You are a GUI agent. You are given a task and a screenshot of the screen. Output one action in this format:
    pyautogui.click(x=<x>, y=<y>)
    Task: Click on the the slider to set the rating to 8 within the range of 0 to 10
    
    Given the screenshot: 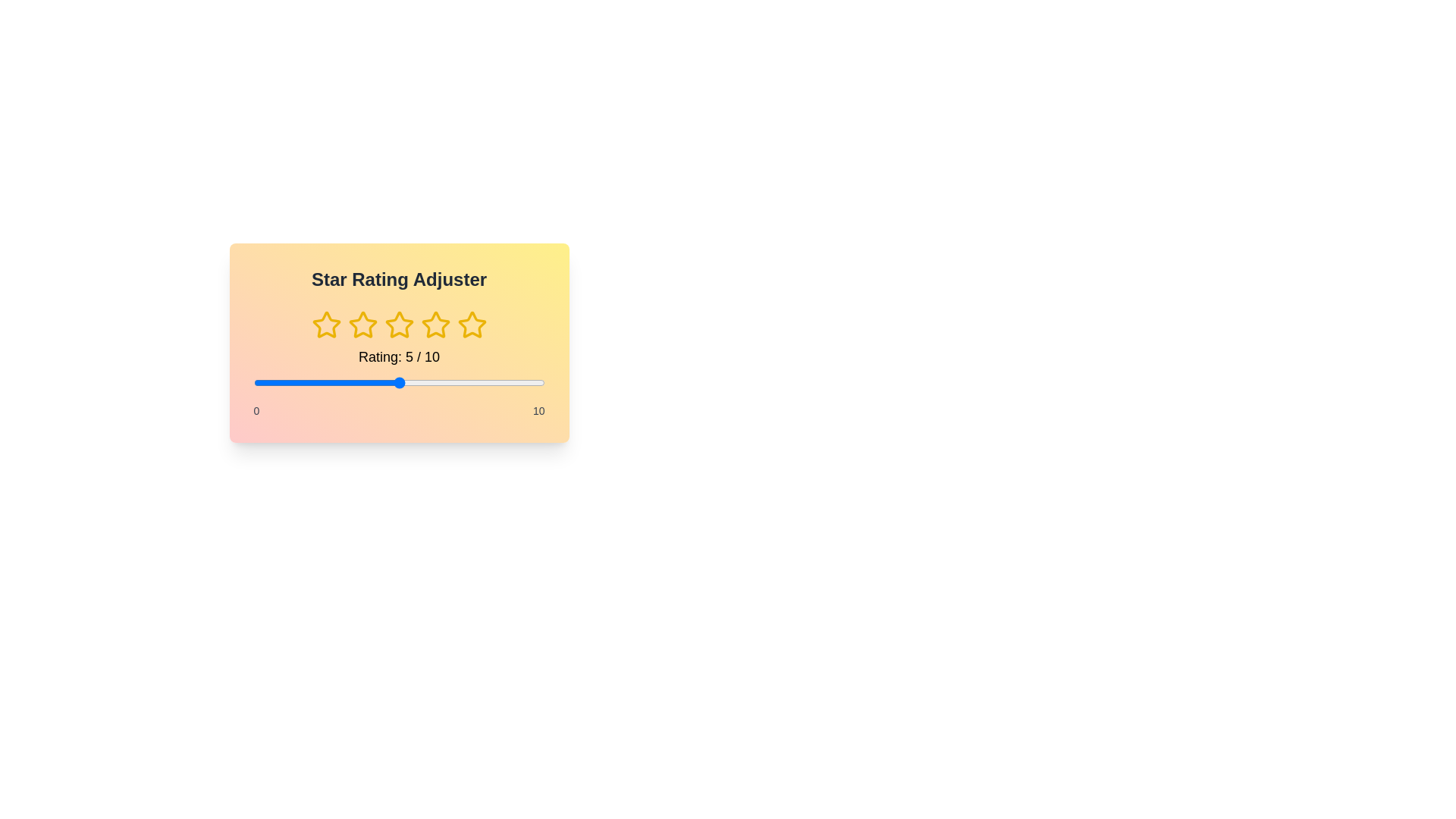 What is the action you would take?
    pyautogui.click(x=486, y=382)
    